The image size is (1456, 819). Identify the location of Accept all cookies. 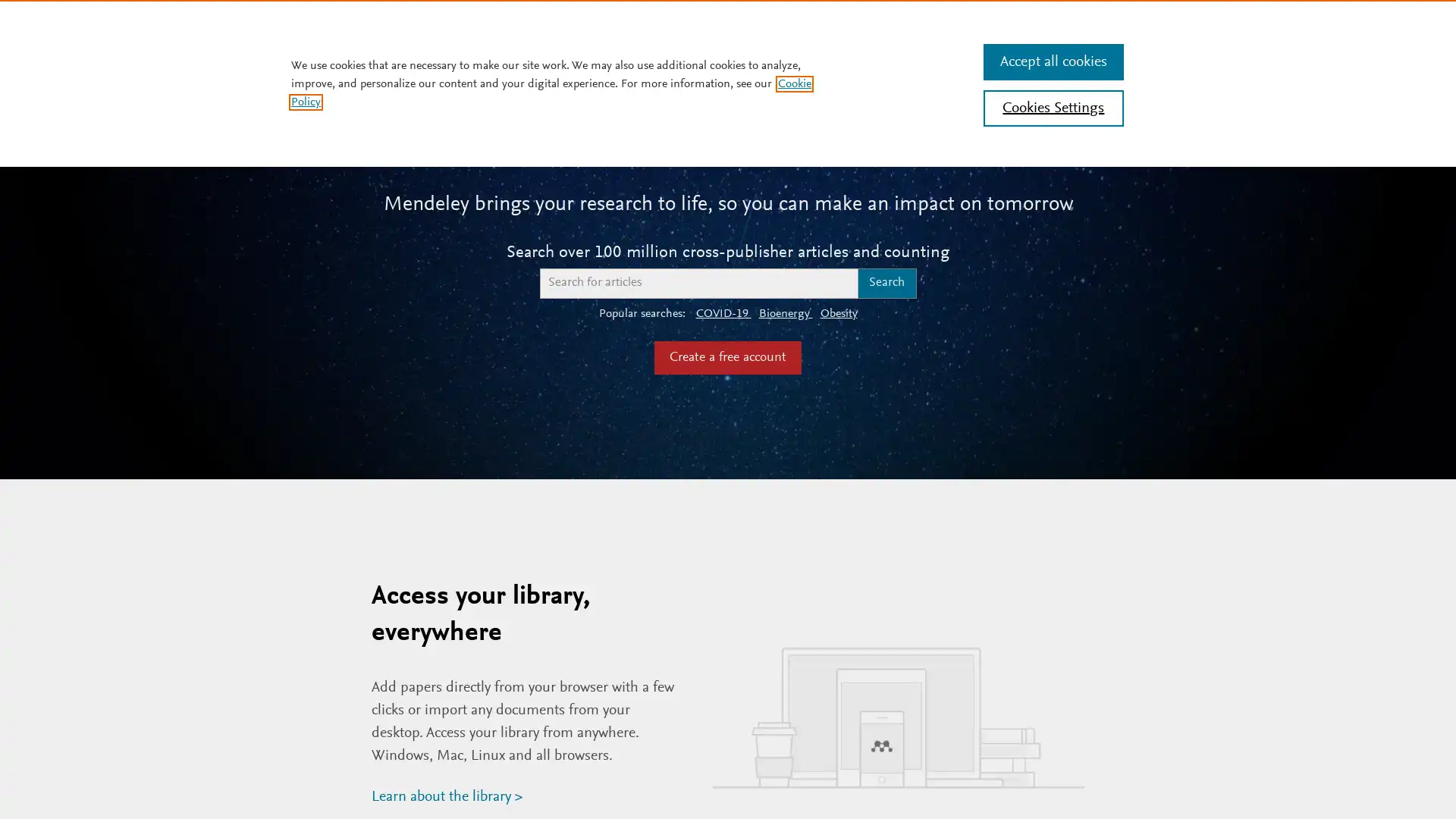
(1052, 61).